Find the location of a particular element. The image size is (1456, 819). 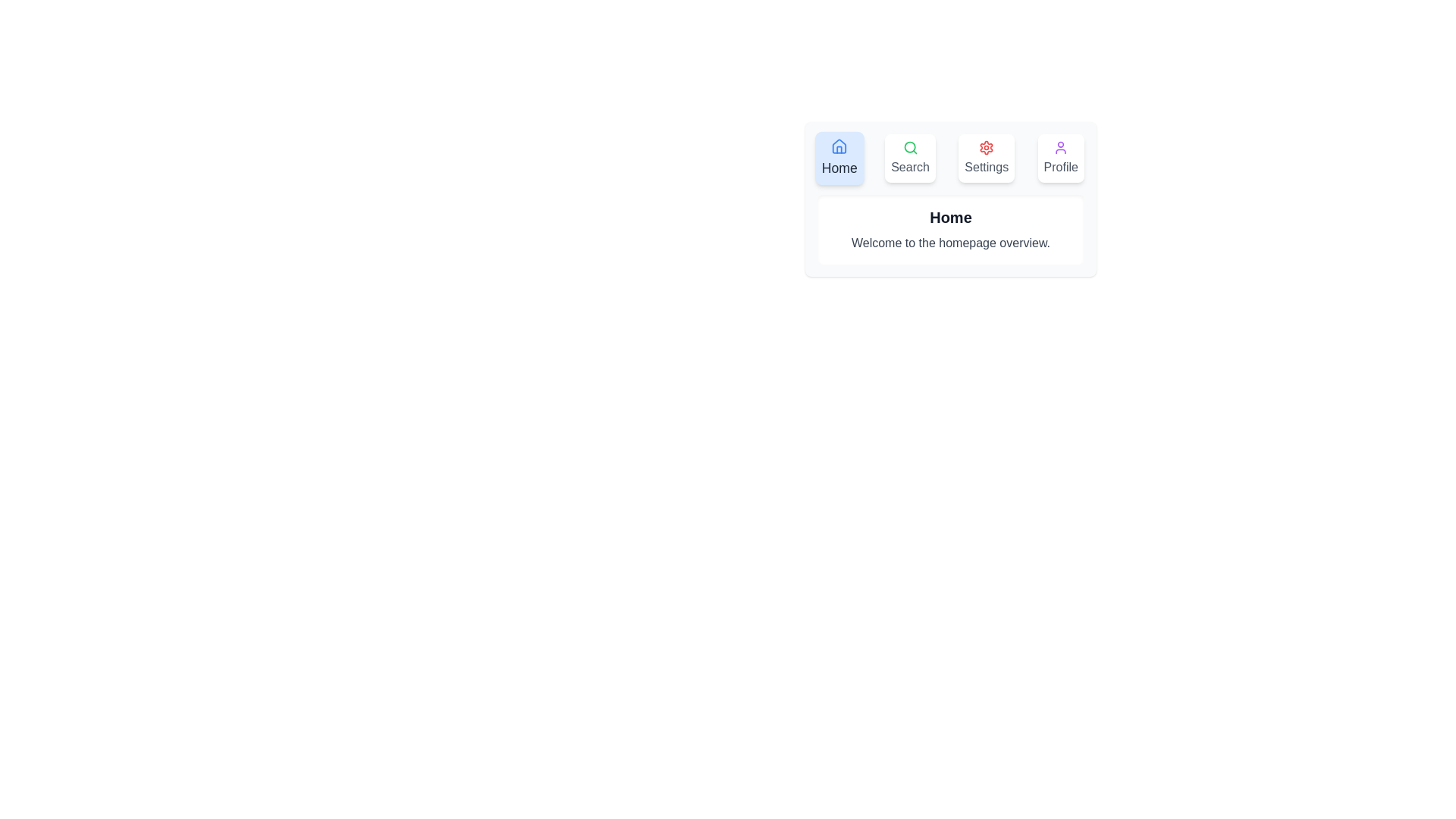

the Profile tab to switch its content is located at coordinates (1060, 158).